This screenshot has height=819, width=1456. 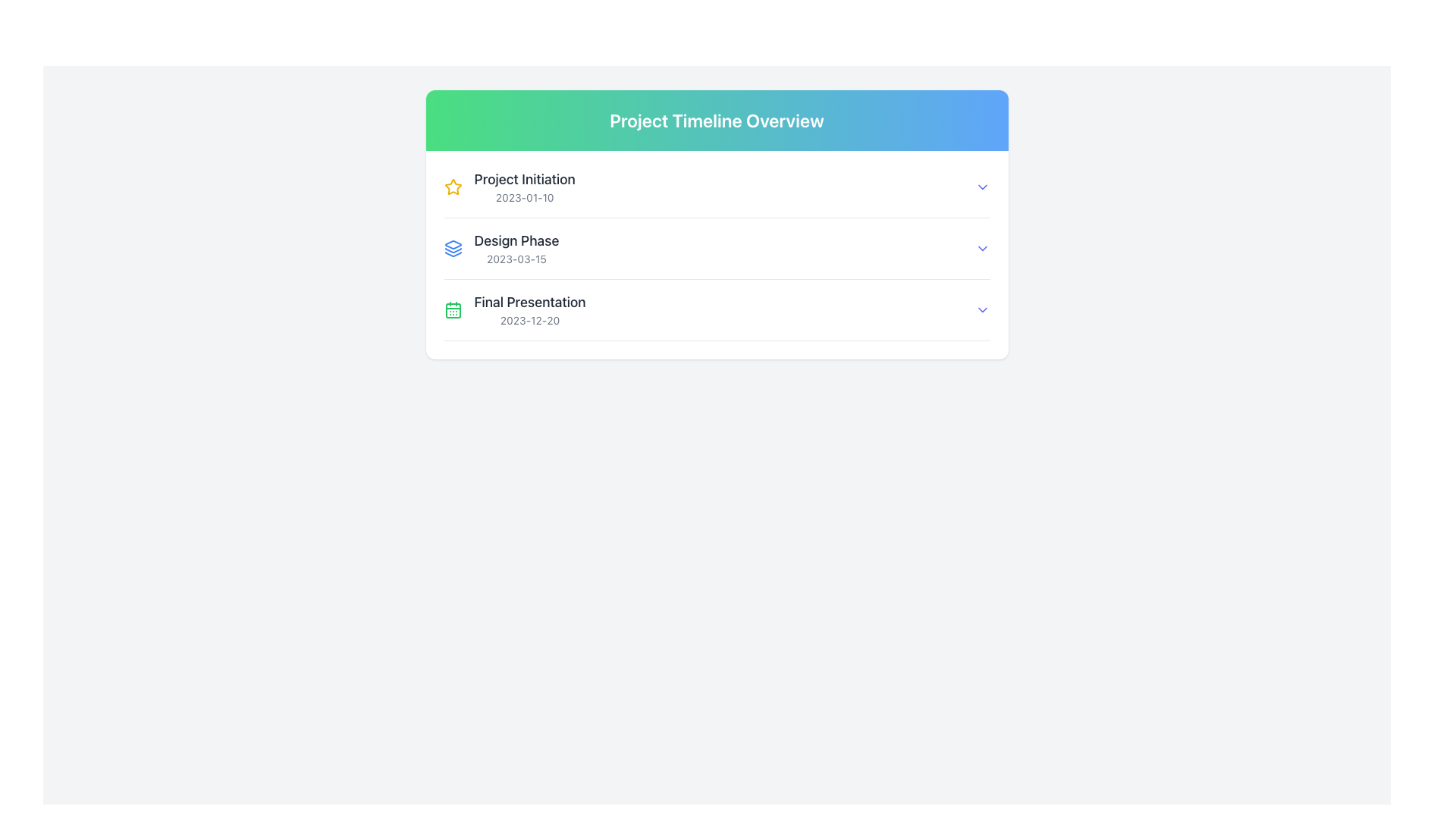 What do you see at coordinates (452, 309) in the screenshot?
I see `the green-bordered square with rounded corners inside the calendar icon representing the 'Final Presentation' phase in the timeline section` at bounding box center [452, 309].